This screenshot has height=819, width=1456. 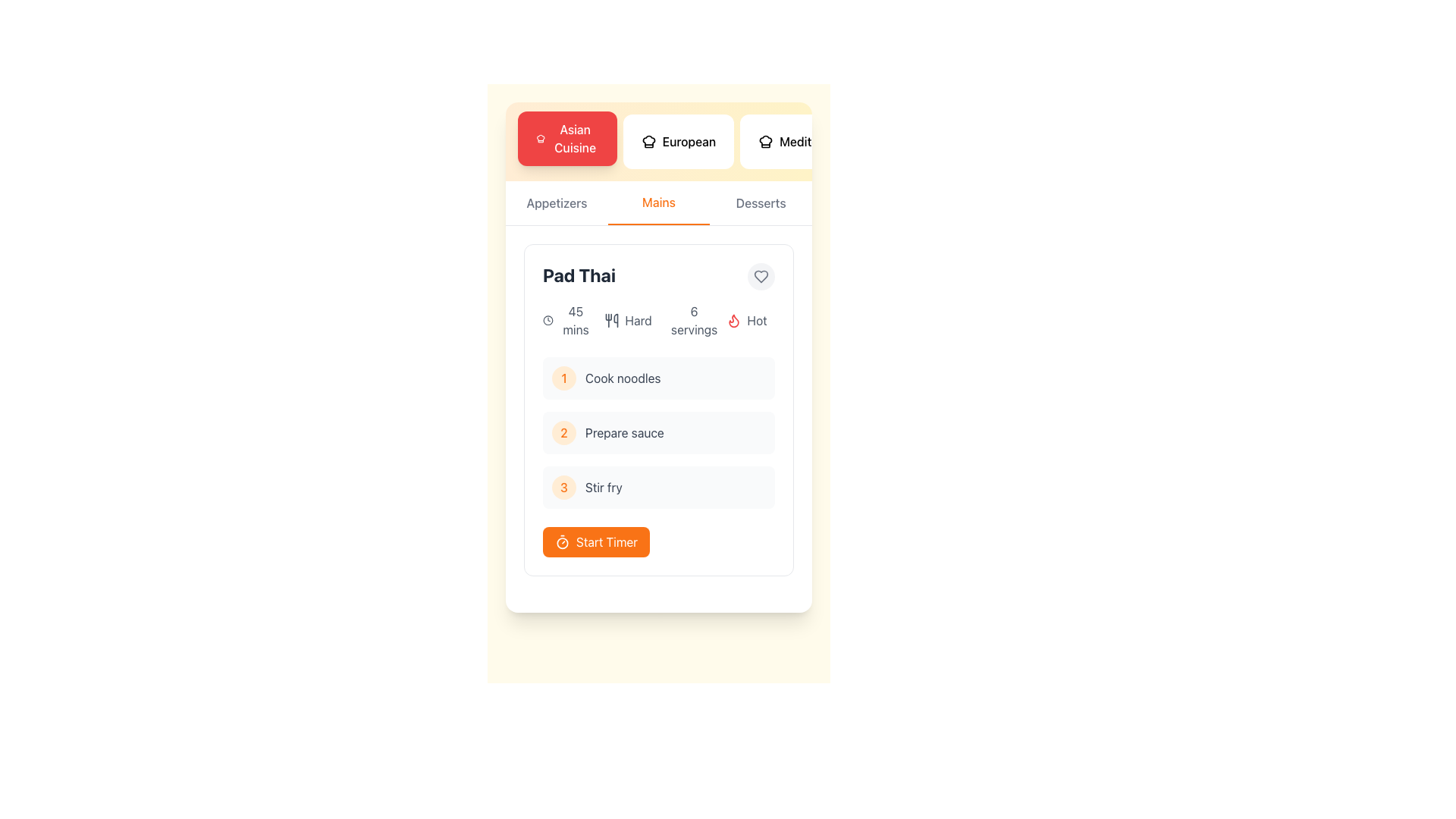 I want to click on the first Task item, so click(x=658, y=377).